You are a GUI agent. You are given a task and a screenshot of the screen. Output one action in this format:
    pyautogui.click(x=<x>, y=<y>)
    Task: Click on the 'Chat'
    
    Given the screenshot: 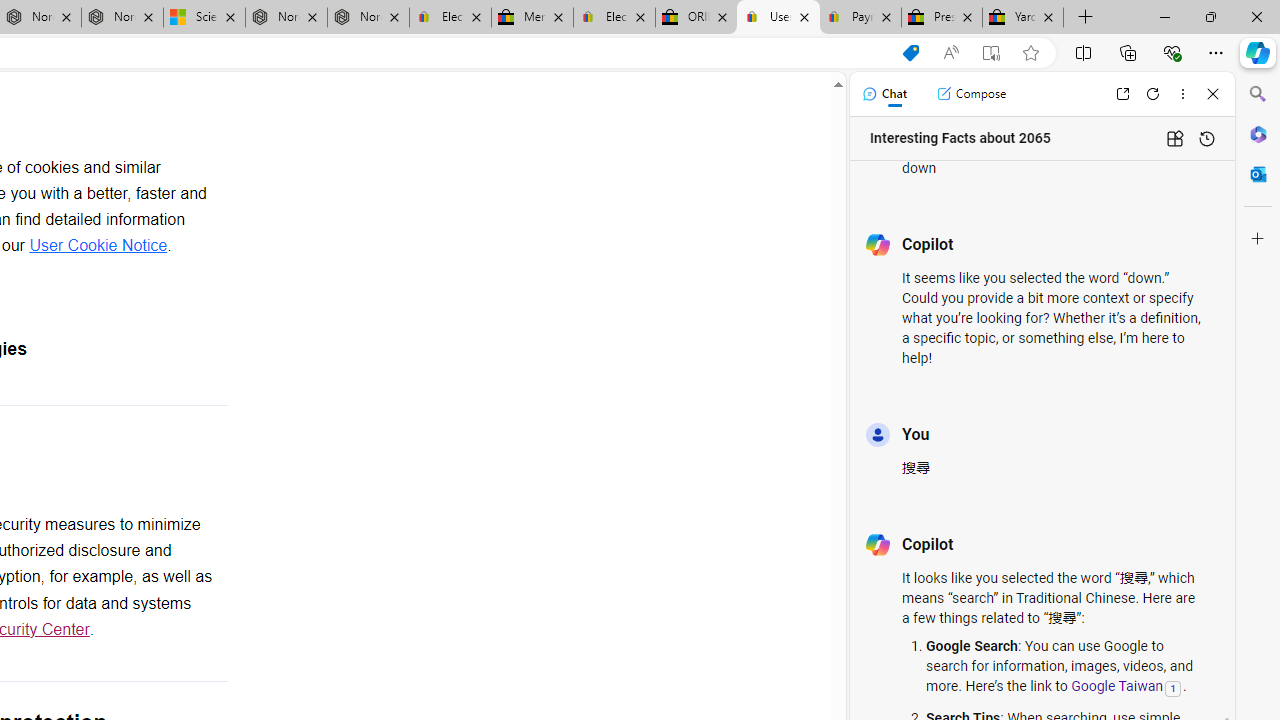 What is the action you would take?
    pyautogui.click(x=883, y=93)
    